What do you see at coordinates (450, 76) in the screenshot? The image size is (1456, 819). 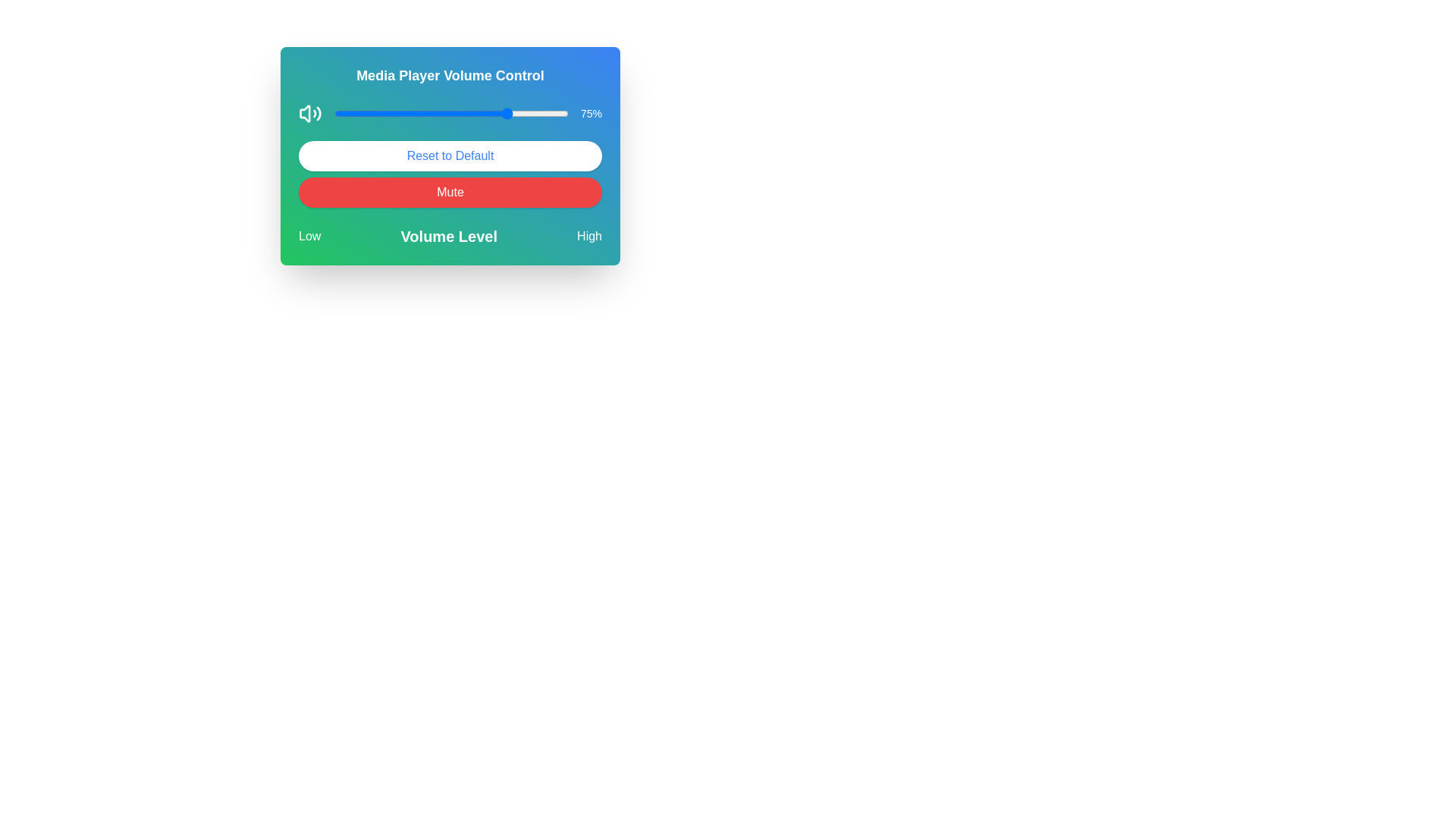 I see `title text of the Media Player Volume Control section, which is prominently displayed at the top center of the interface` at bounding box center [450, 76].